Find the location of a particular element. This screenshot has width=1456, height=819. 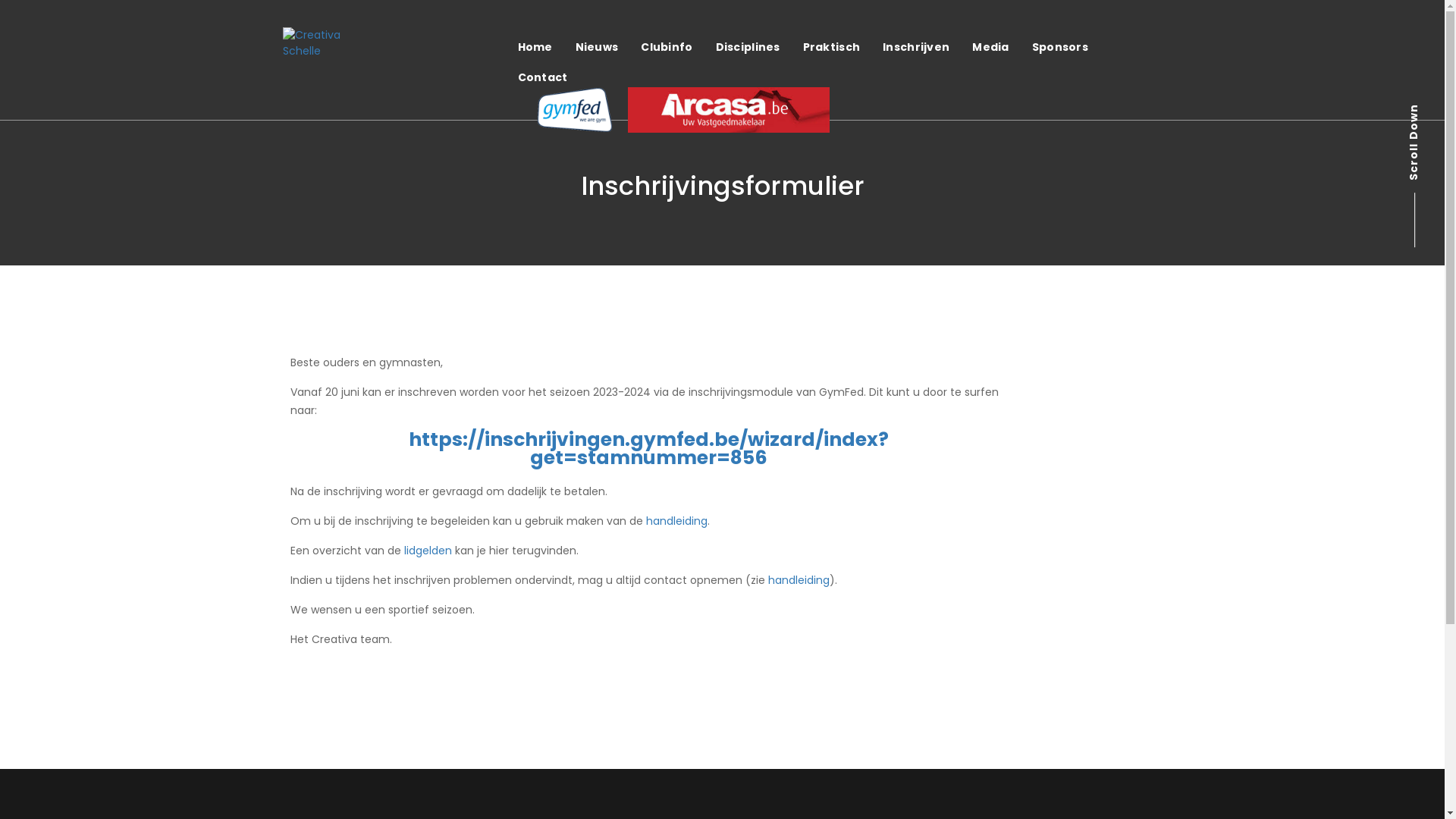

'Clubinfo' is located at coordinates (666, 45).